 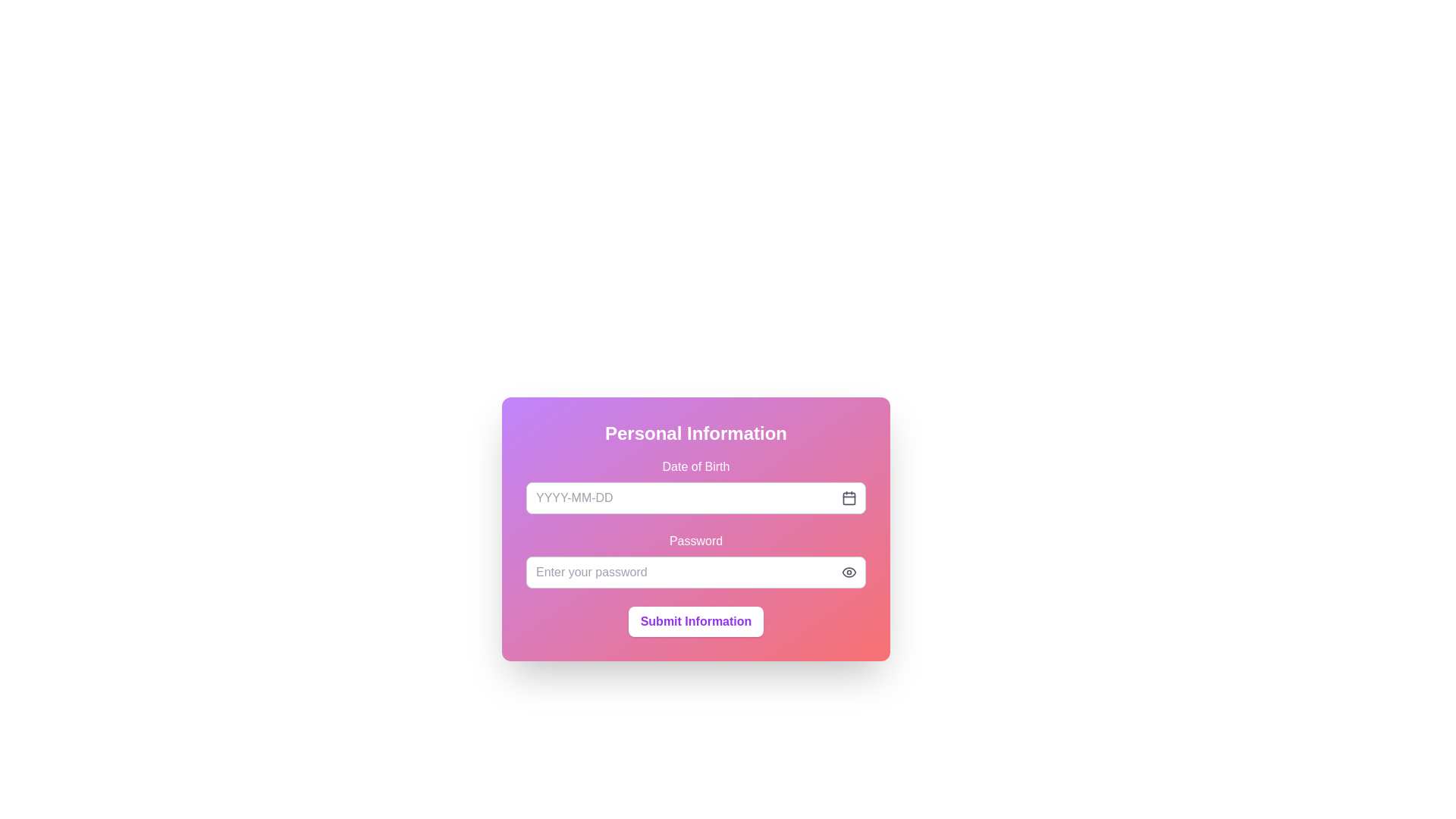 I want to click on the submit button located at the bottom of the form, which is centered horizontally beneath the password input field, to observe its hover effects, so click(x=695, y=622).